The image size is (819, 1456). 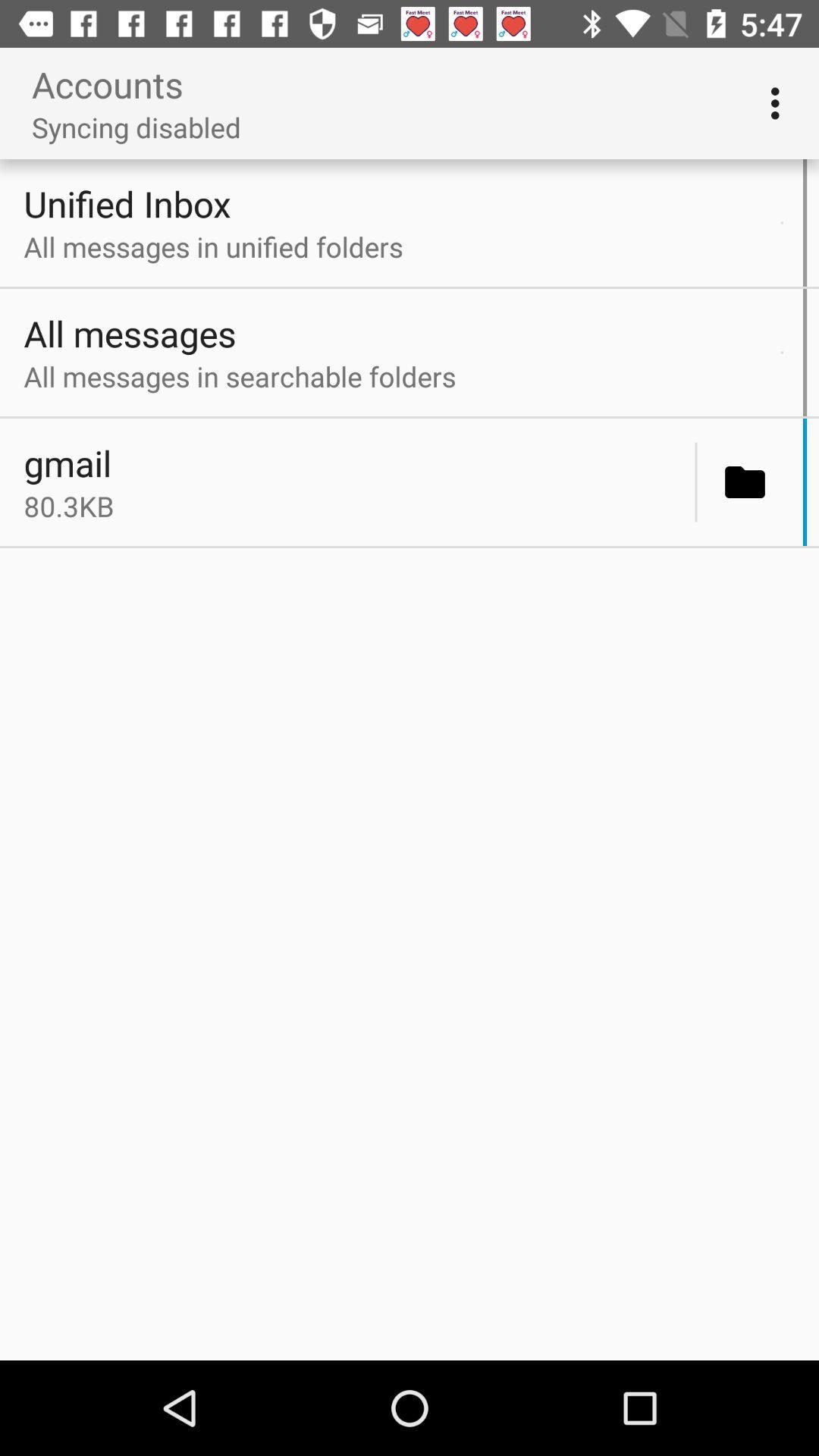 I want to click on the item above the all messages in item, so click(x=782, y=352).